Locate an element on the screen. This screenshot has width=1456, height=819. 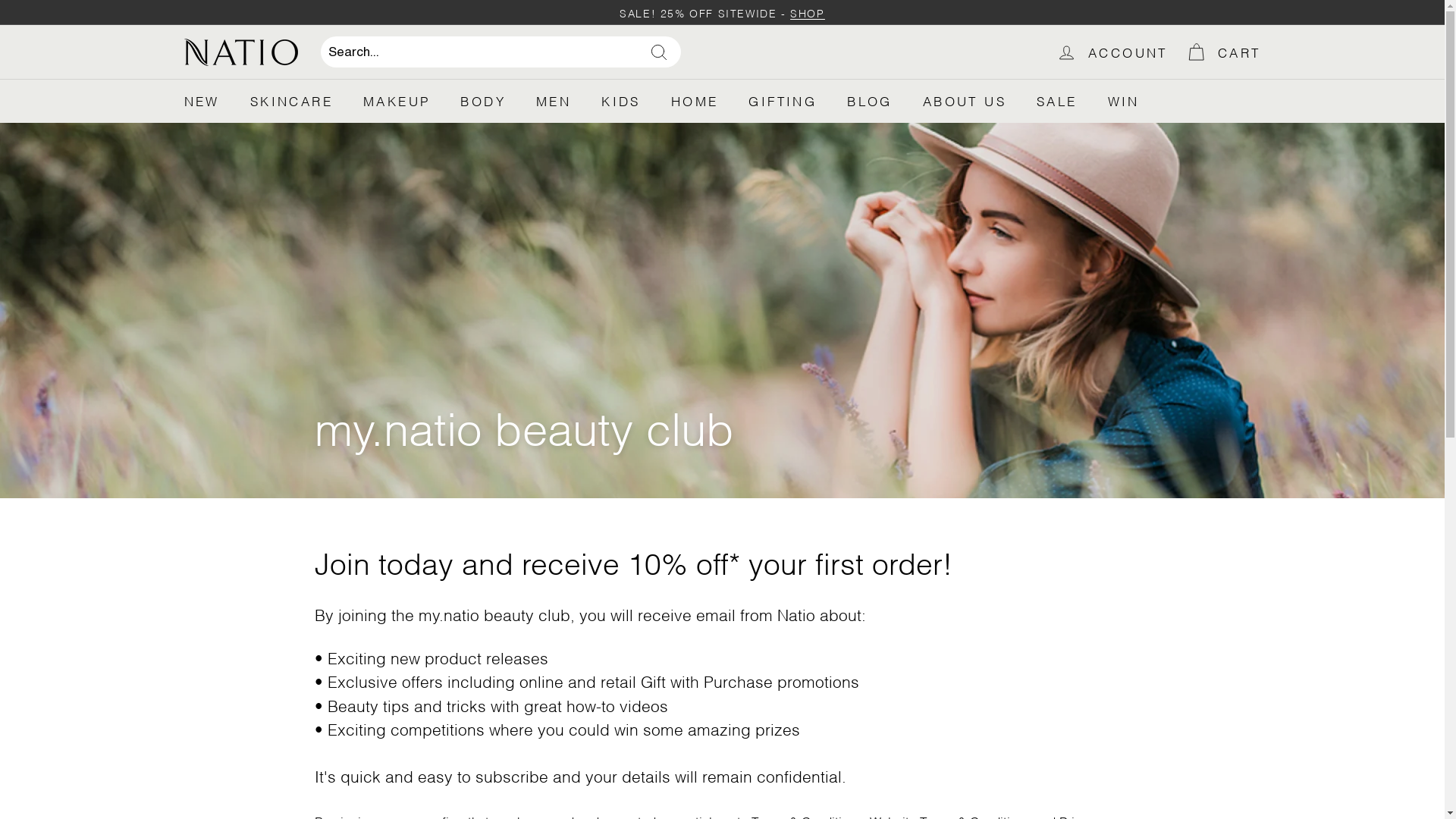
'NEW' is located at coordinates (200, 100).